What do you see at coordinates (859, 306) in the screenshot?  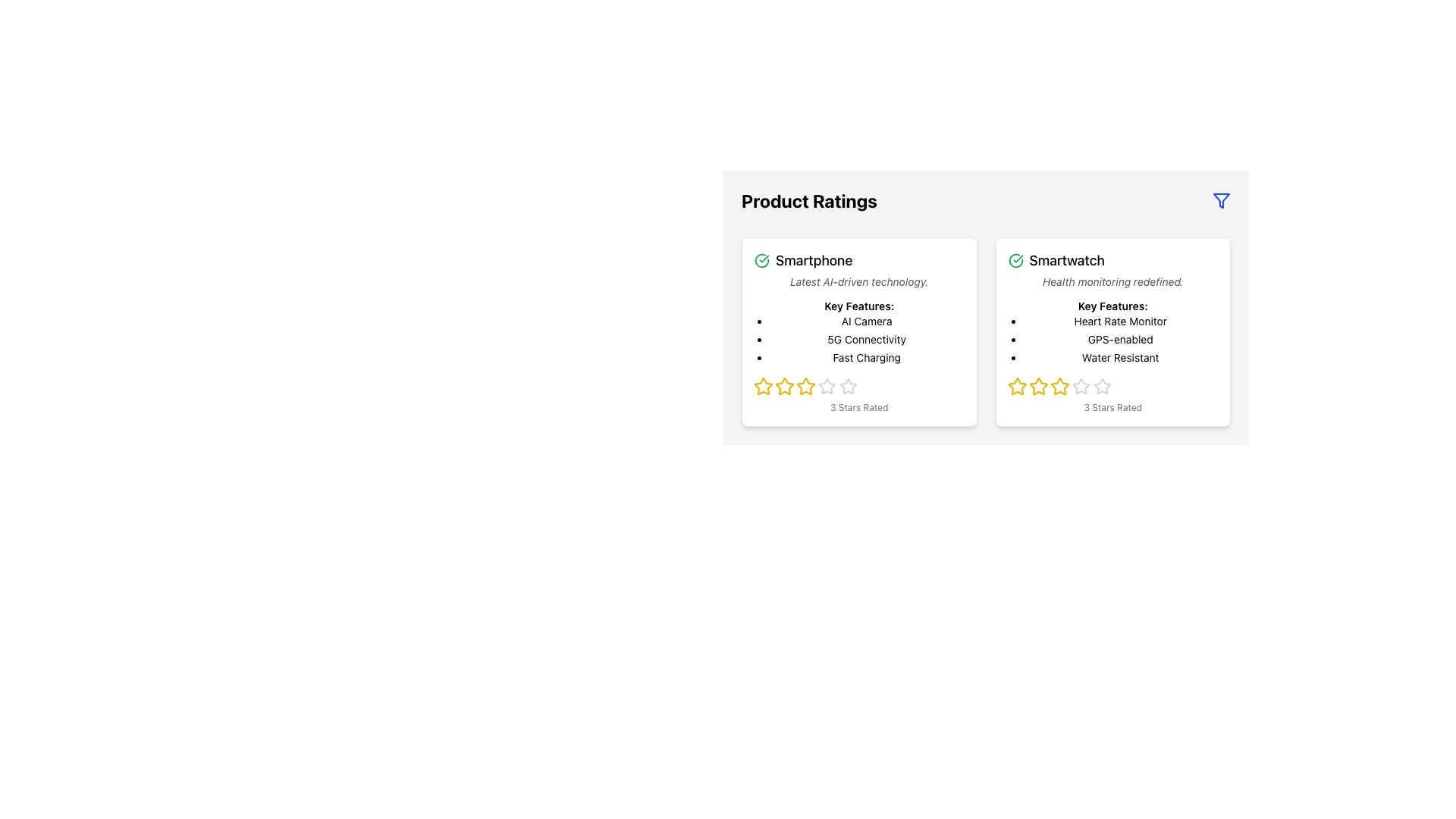 I see `the text label 'Key Features:' which is styled in bold and small font, located under the subtitle 'Latest AI-driven technology' and above the bullet points in the 'Product Ratings' section` at bounding box center [859, 306].